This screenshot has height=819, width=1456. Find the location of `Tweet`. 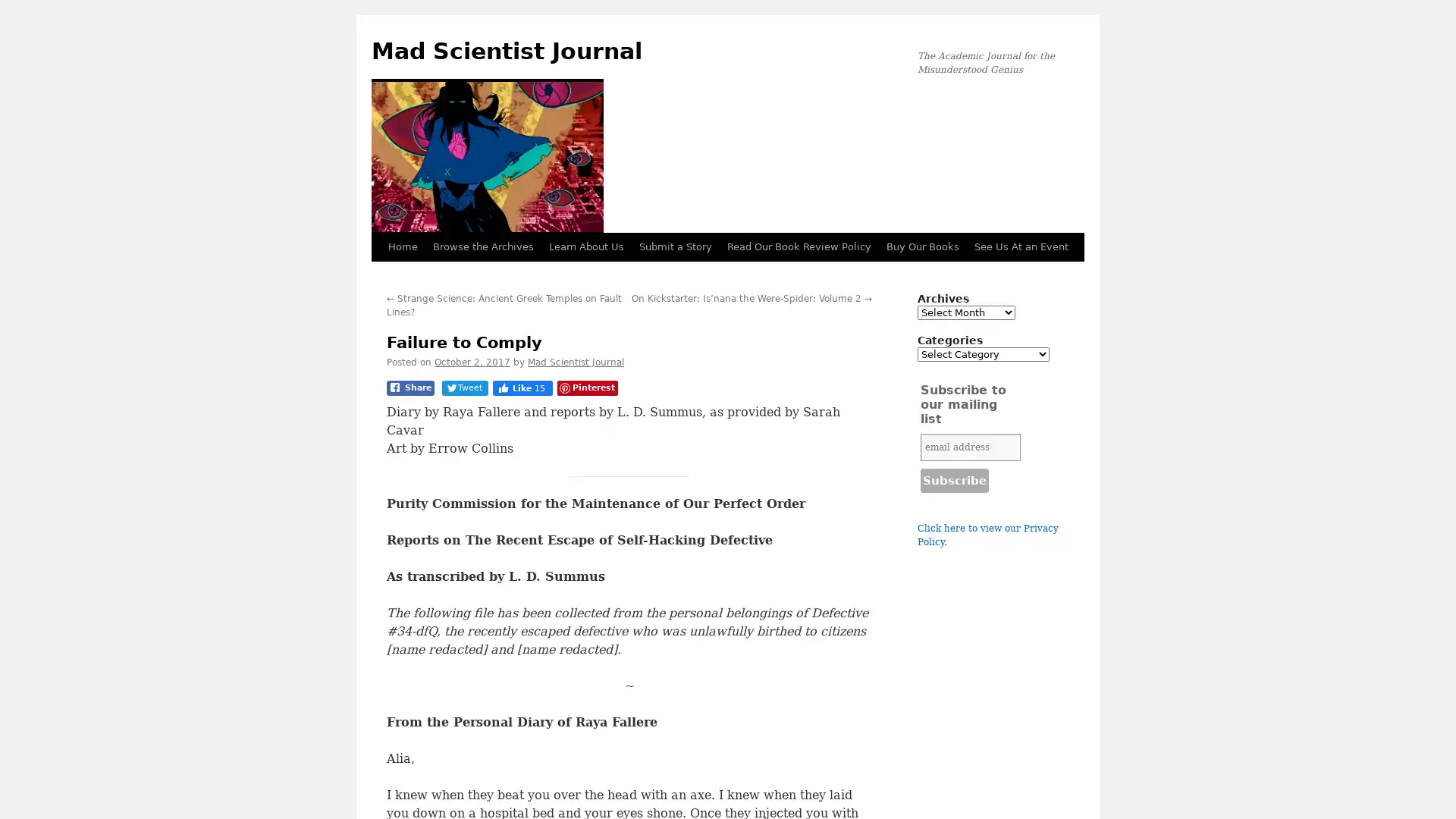

Tweet is located at coordinates (464, 388).